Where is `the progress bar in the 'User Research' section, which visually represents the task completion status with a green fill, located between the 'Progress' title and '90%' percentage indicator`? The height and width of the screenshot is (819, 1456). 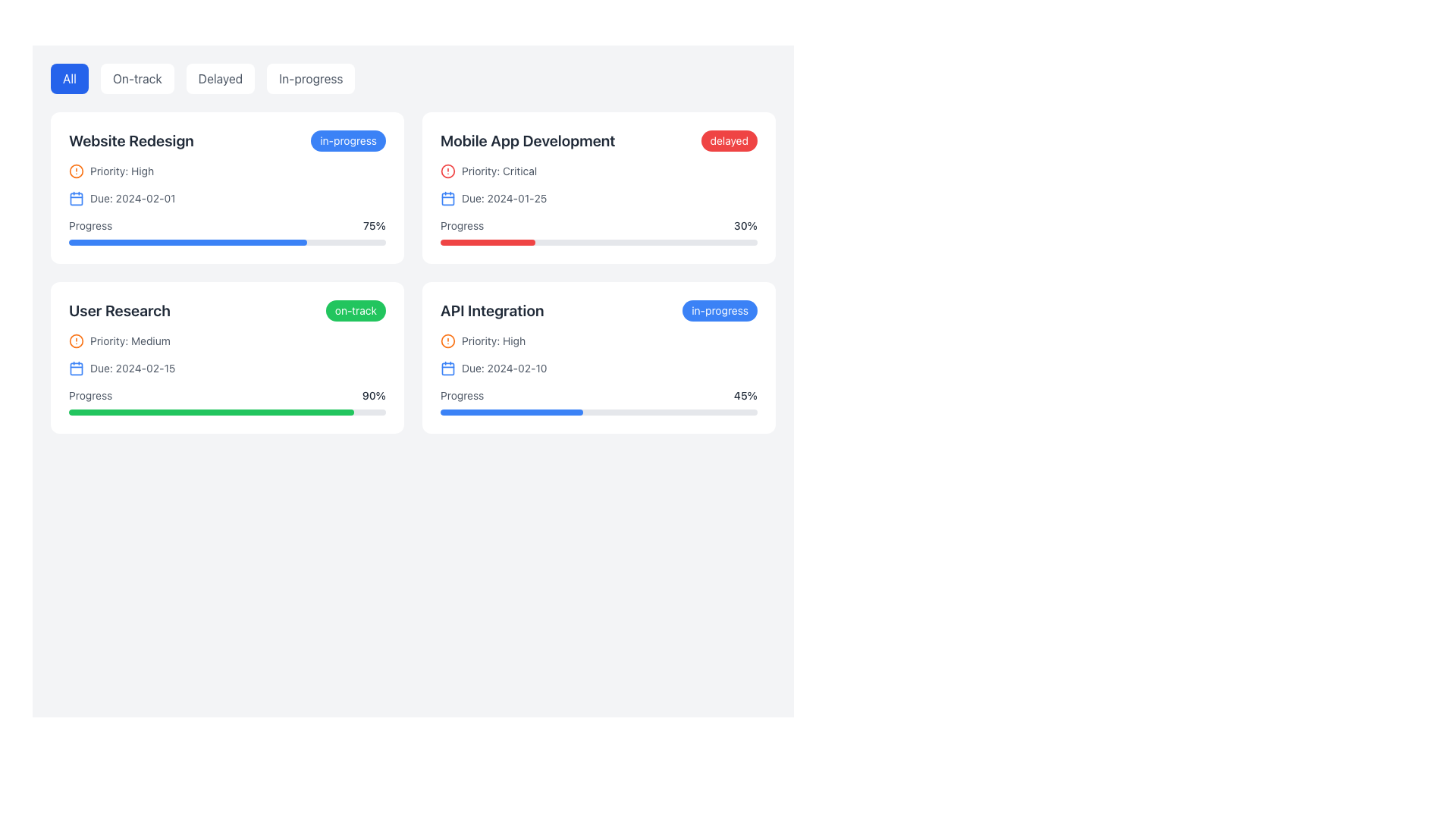
the progress bar in the 'User Research' section, which visually represents the task completion status with a green fill, located between the 'Progress' title and '90%' percentage indicator is located at coordinates (226, 412).